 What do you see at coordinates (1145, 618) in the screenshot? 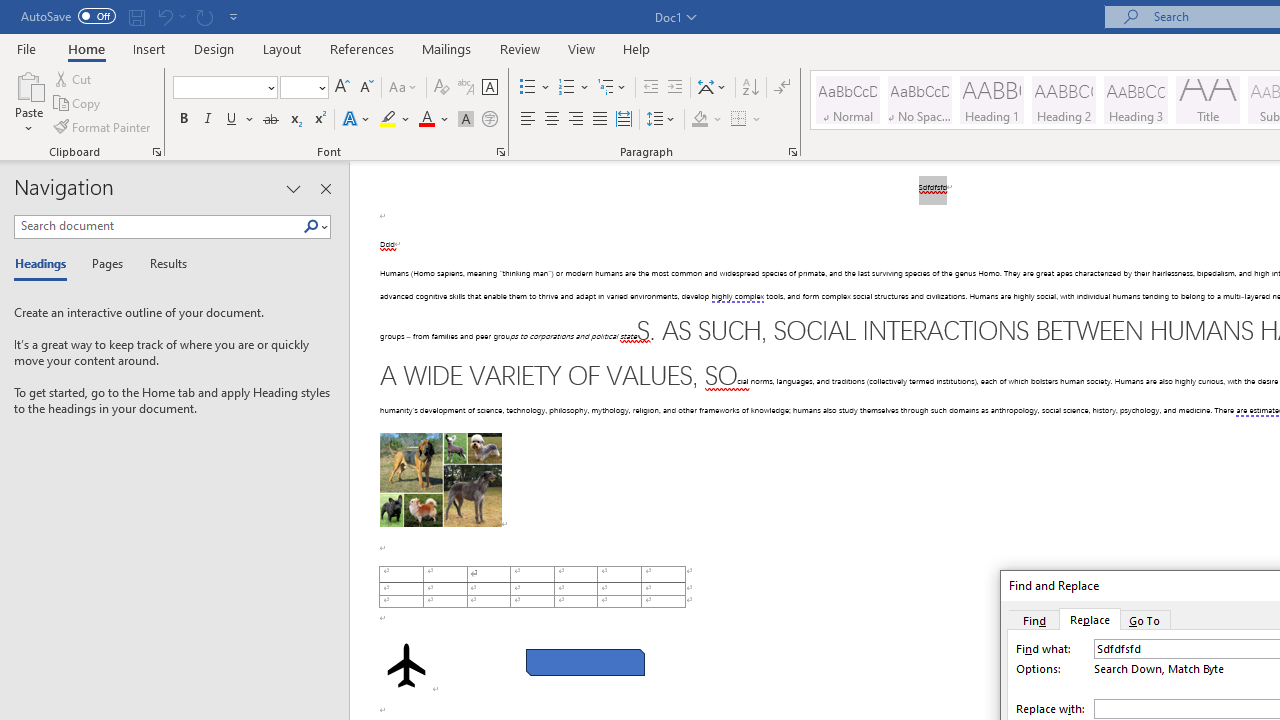
I see `'Go To'` at bounding box center [1145, 618].